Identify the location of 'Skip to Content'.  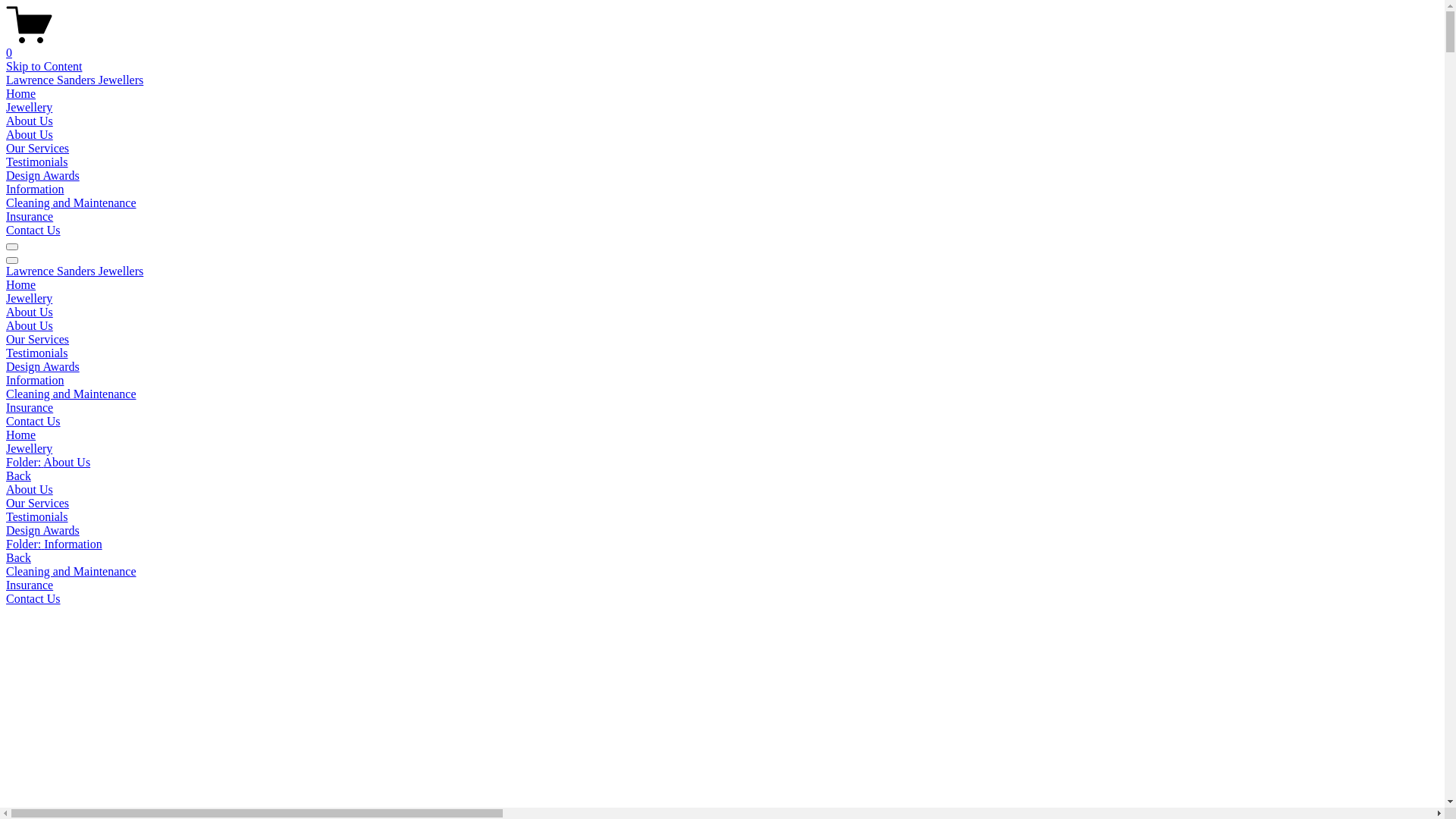
(43, 65).